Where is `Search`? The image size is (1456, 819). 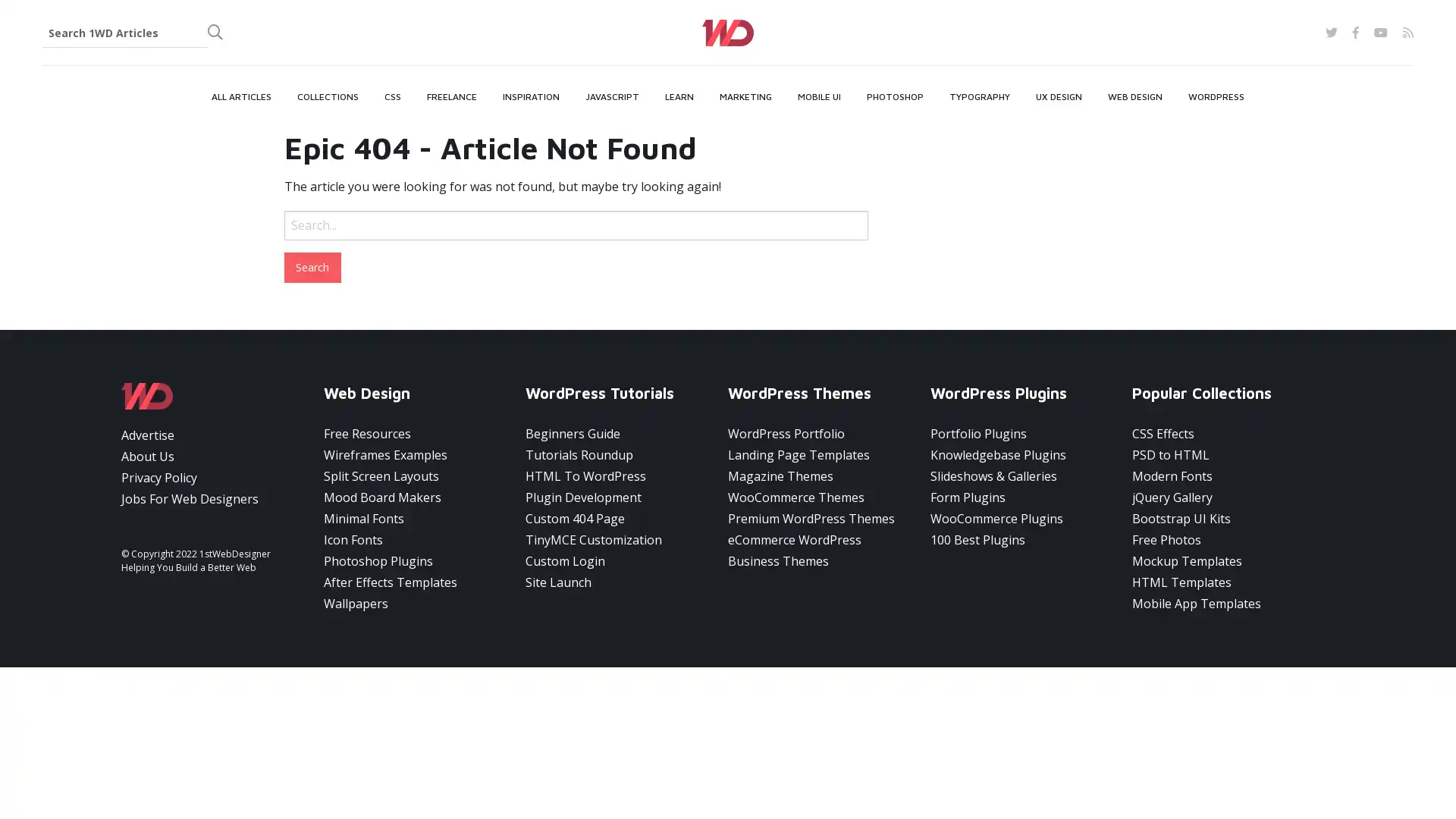 Search is located at coordinates (312, 265).